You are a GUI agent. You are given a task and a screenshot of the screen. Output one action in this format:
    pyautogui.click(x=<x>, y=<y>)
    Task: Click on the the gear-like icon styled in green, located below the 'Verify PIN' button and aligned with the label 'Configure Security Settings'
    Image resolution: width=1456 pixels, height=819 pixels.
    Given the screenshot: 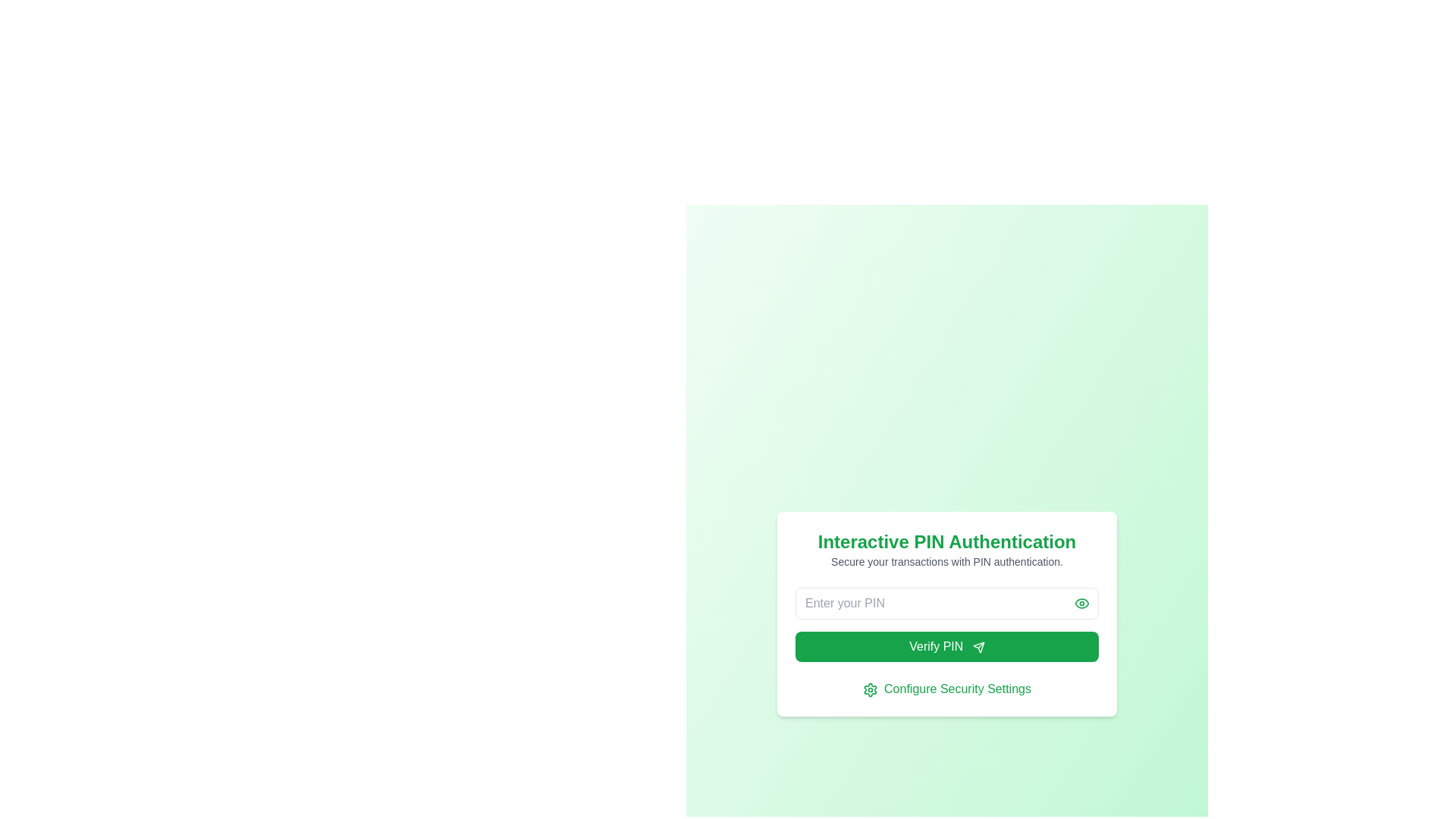 What is the action you would take?
    pyautogui.click(x=870, y=689)
    